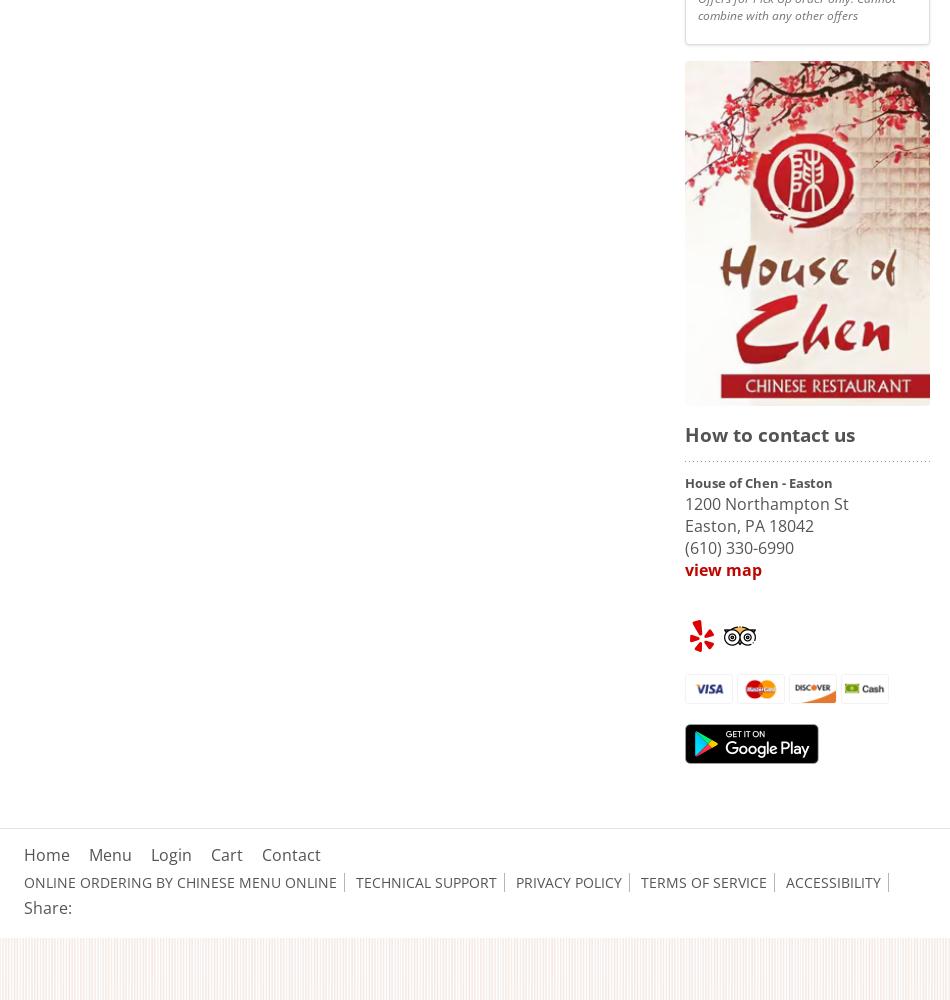  What do you see at coordinates (832, 882) in the screenshot?
I see `'Accessibility'` at bounding box center [832, 882].